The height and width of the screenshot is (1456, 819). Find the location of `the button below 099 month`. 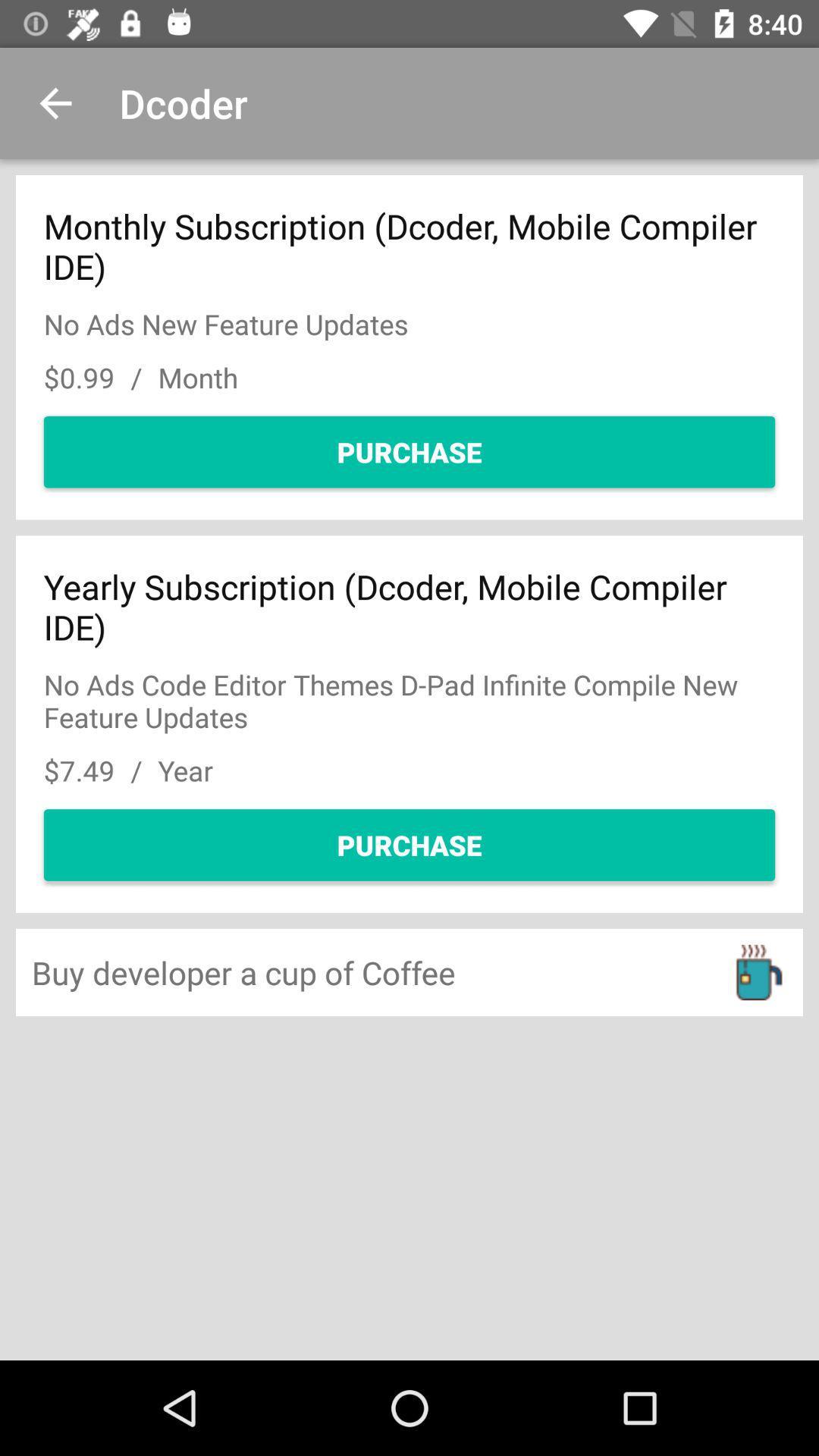

the button below 099 month is located at coordinates (409, 450).